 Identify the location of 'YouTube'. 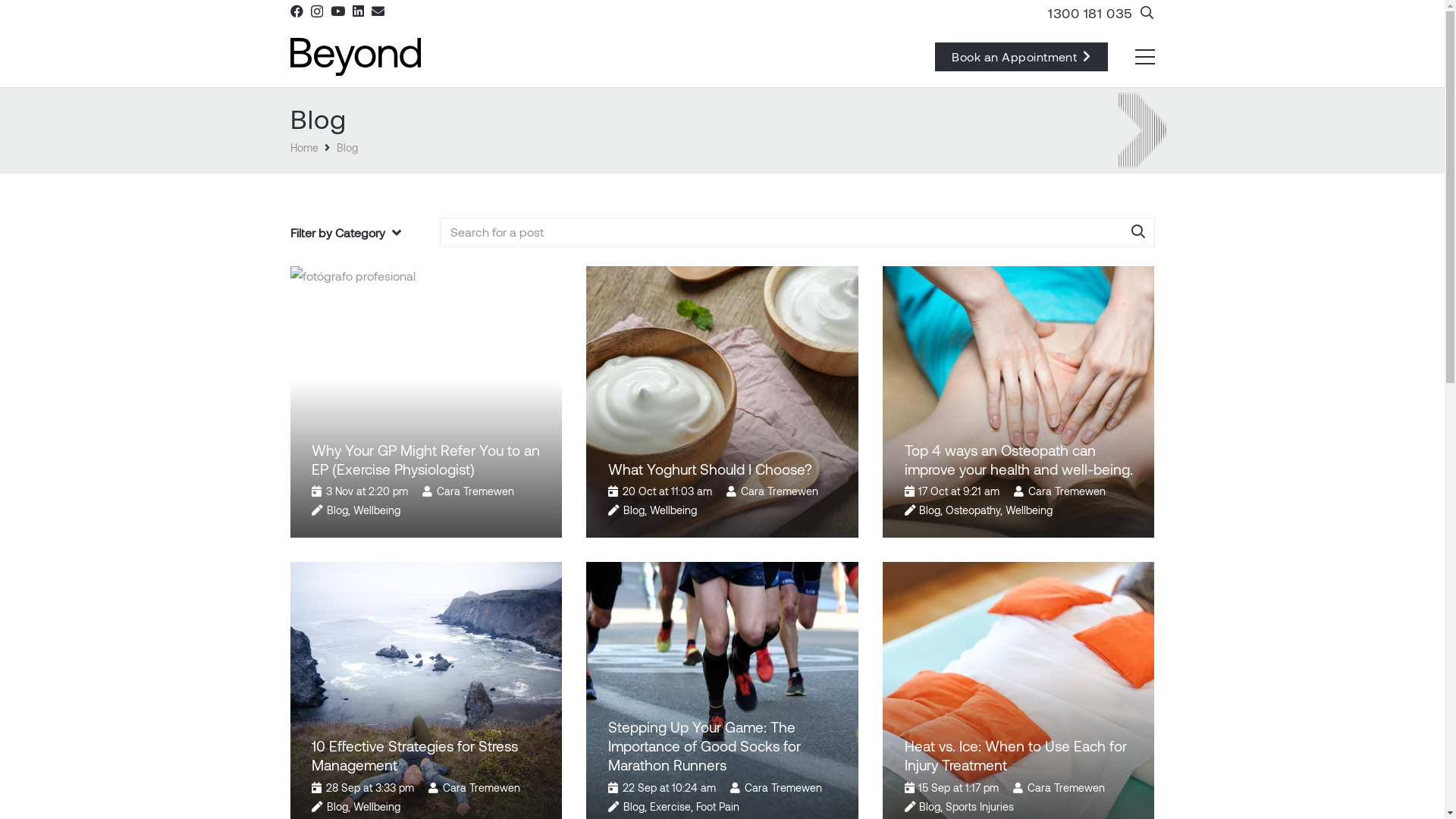
(807, 662).